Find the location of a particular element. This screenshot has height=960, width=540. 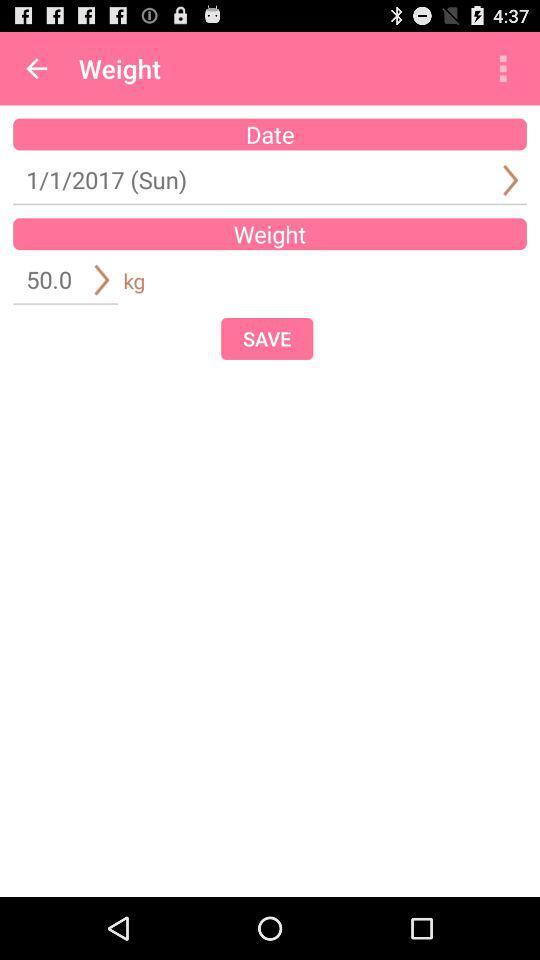

save is located at coordinates (267, 338).